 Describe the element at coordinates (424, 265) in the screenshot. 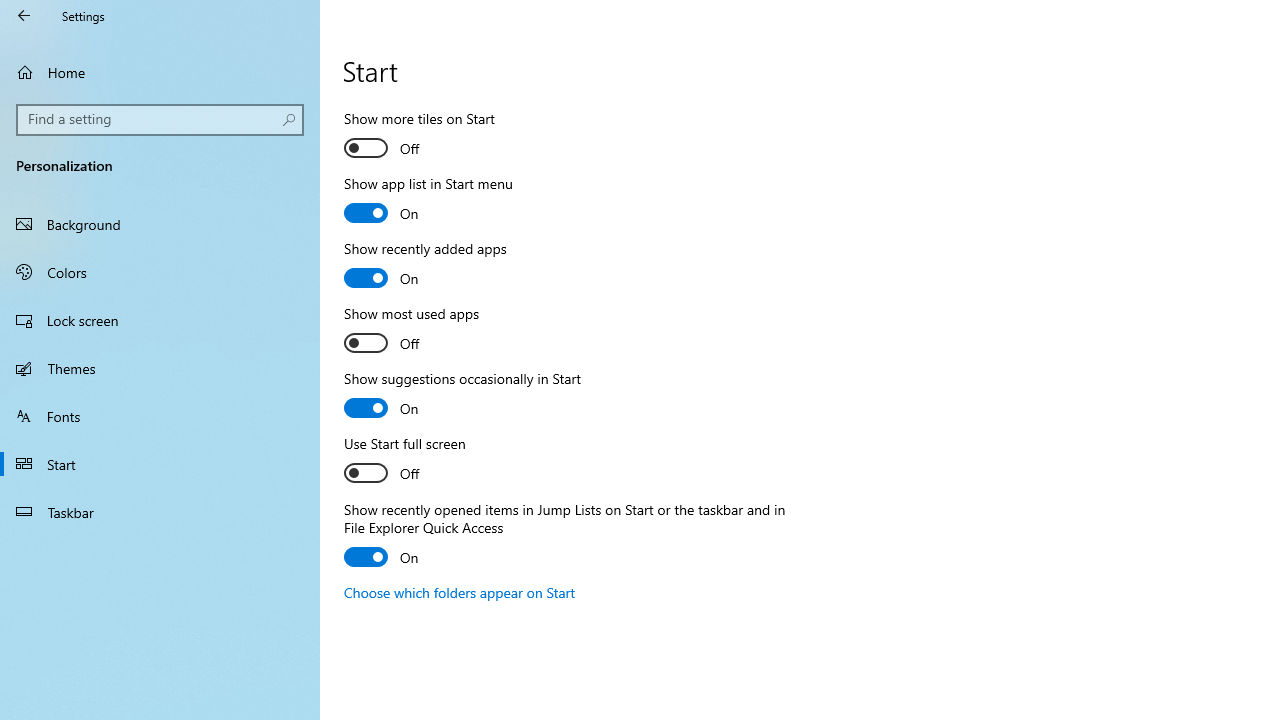

I see `'Show recently added apps'` at that location.